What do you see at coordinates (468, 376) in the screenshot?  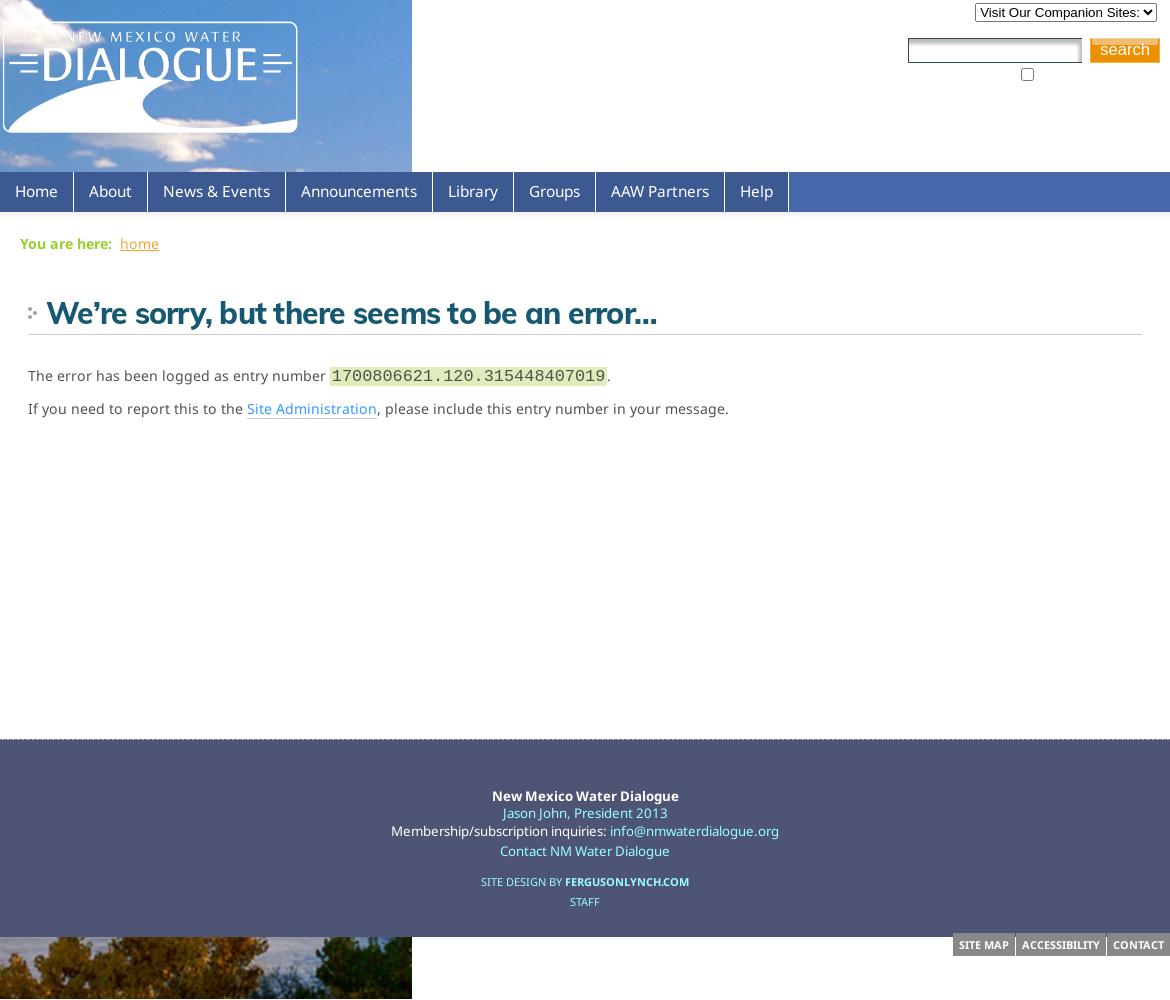 I see `'1700806621.120.315448407019'` at bounding box center [468, 376].